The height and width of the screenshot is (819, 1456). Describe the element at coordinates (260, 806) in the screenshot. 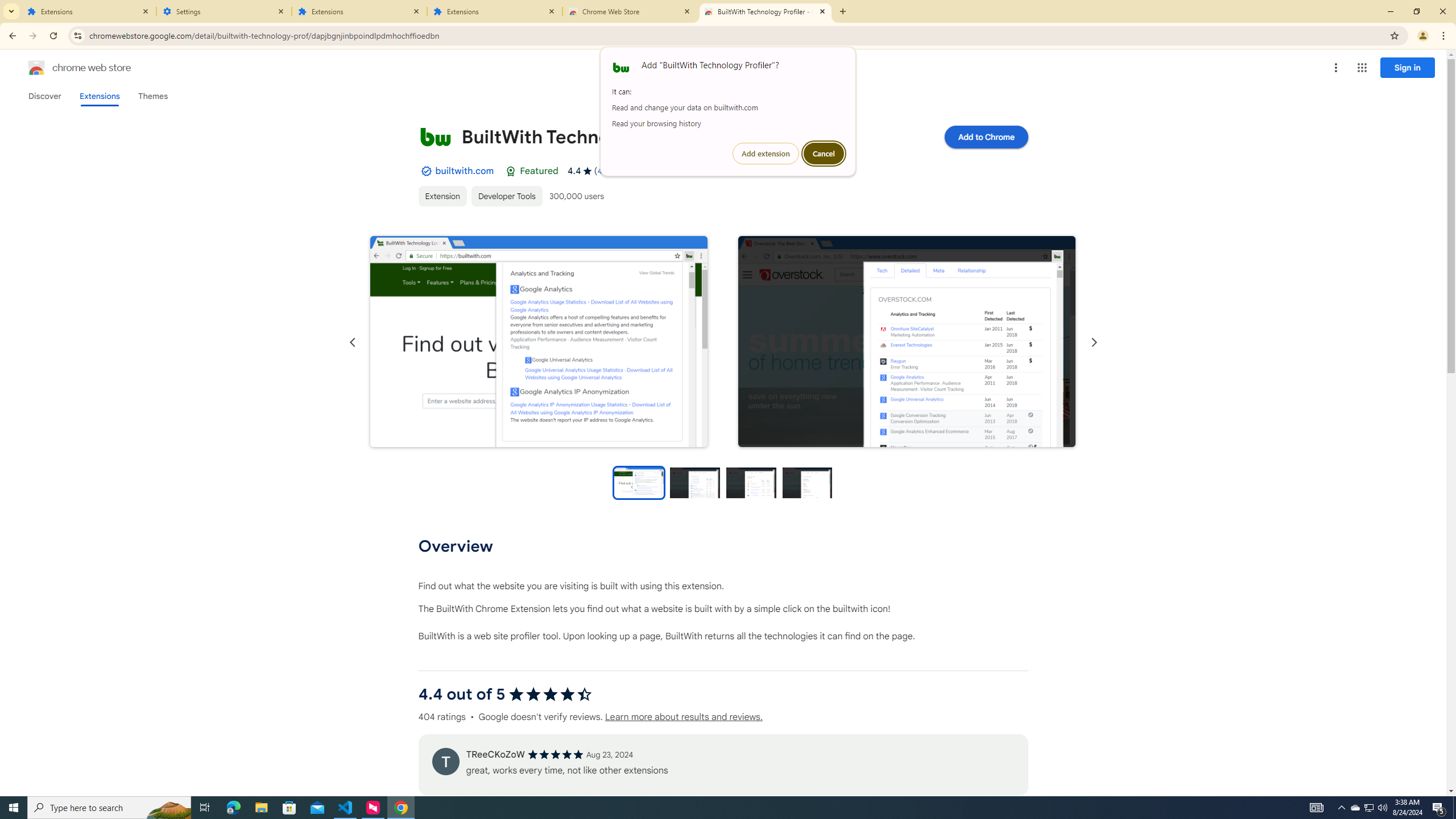

I see `'File Explorer'` at that location.